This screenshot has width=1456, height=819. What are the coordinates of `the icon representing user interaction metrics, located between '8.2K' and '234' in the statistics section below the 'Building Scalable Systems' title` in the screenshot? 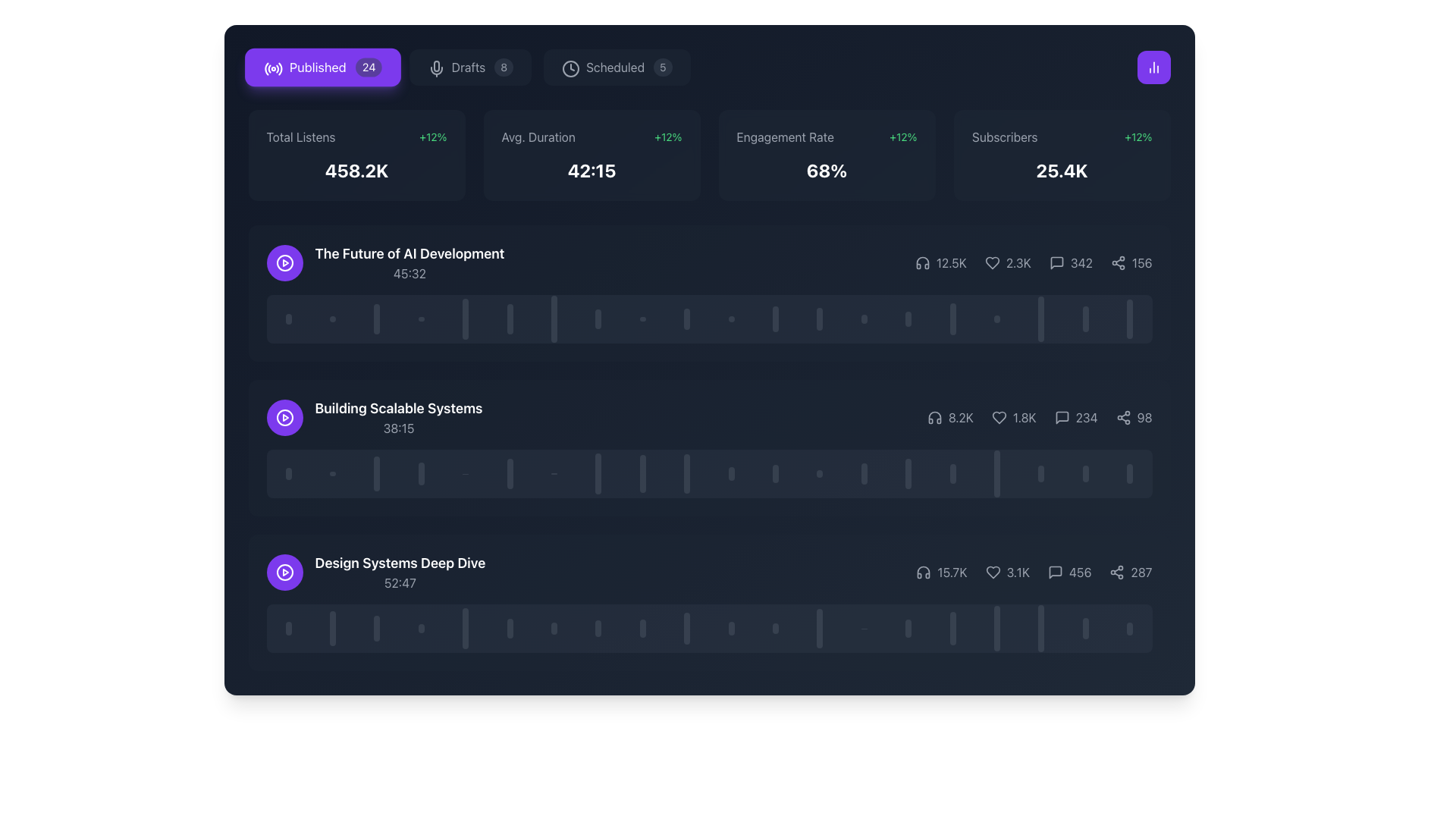 It's located at (1014, 418).